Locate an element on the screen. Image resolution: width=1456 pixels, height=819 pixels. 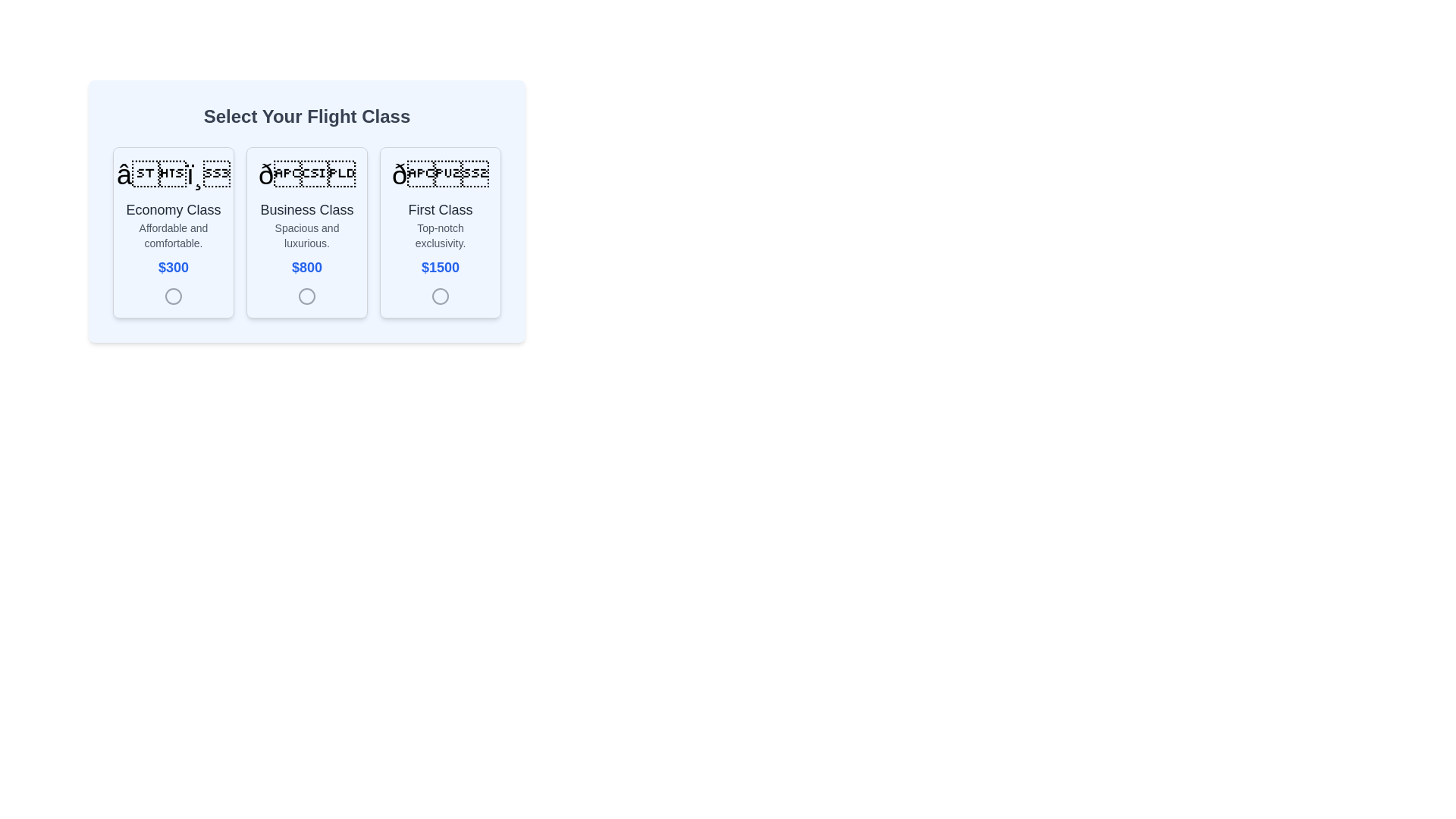
the radio button indicator located at the bottom-right of the 'First Class' card, centered below the '$1500' text is located at coordinates (439, 296).